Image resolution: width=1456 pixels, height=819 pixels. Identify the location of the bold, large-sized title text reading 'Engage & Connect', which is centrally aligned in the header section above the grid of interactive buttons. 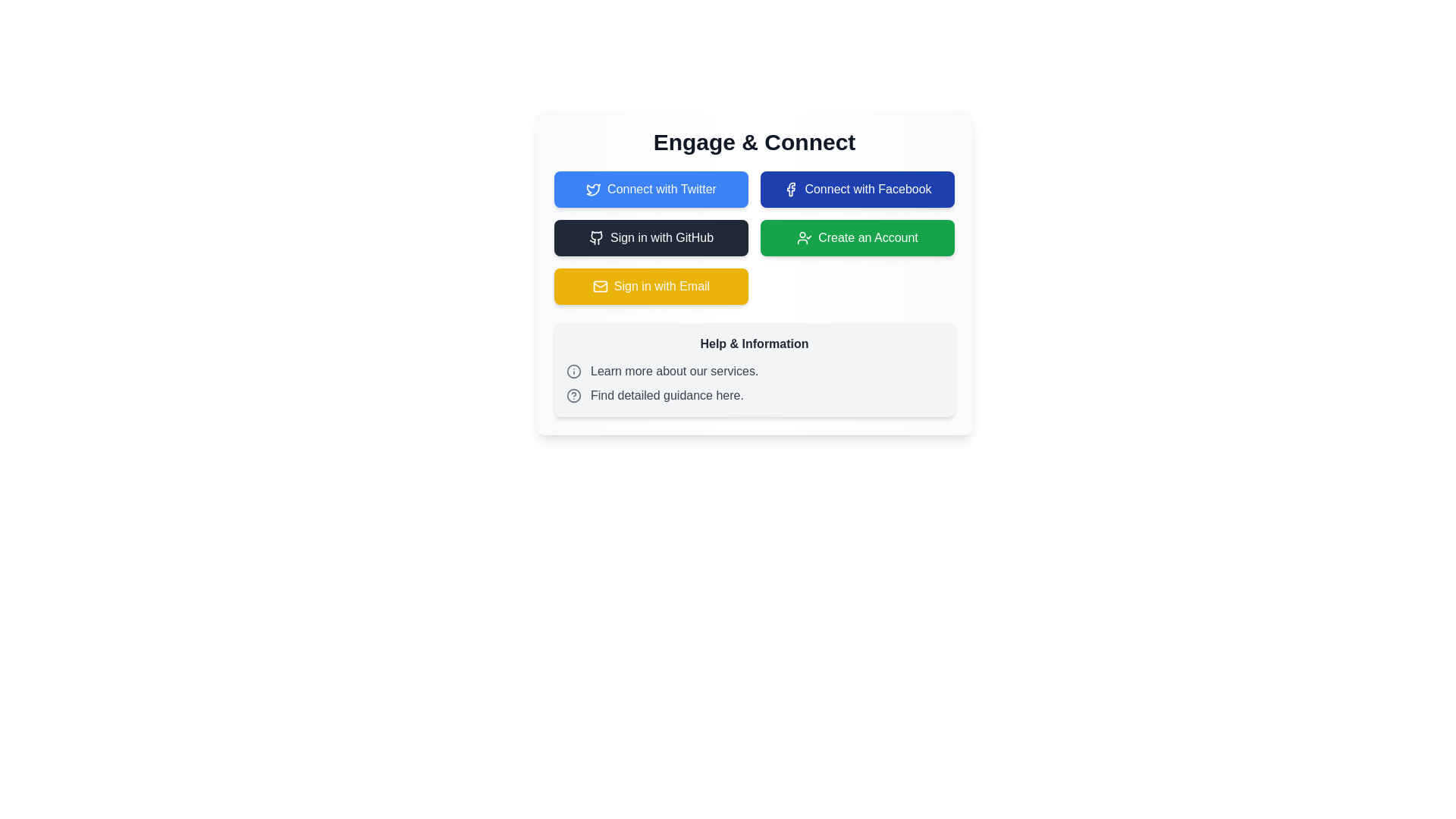
(754, 143).